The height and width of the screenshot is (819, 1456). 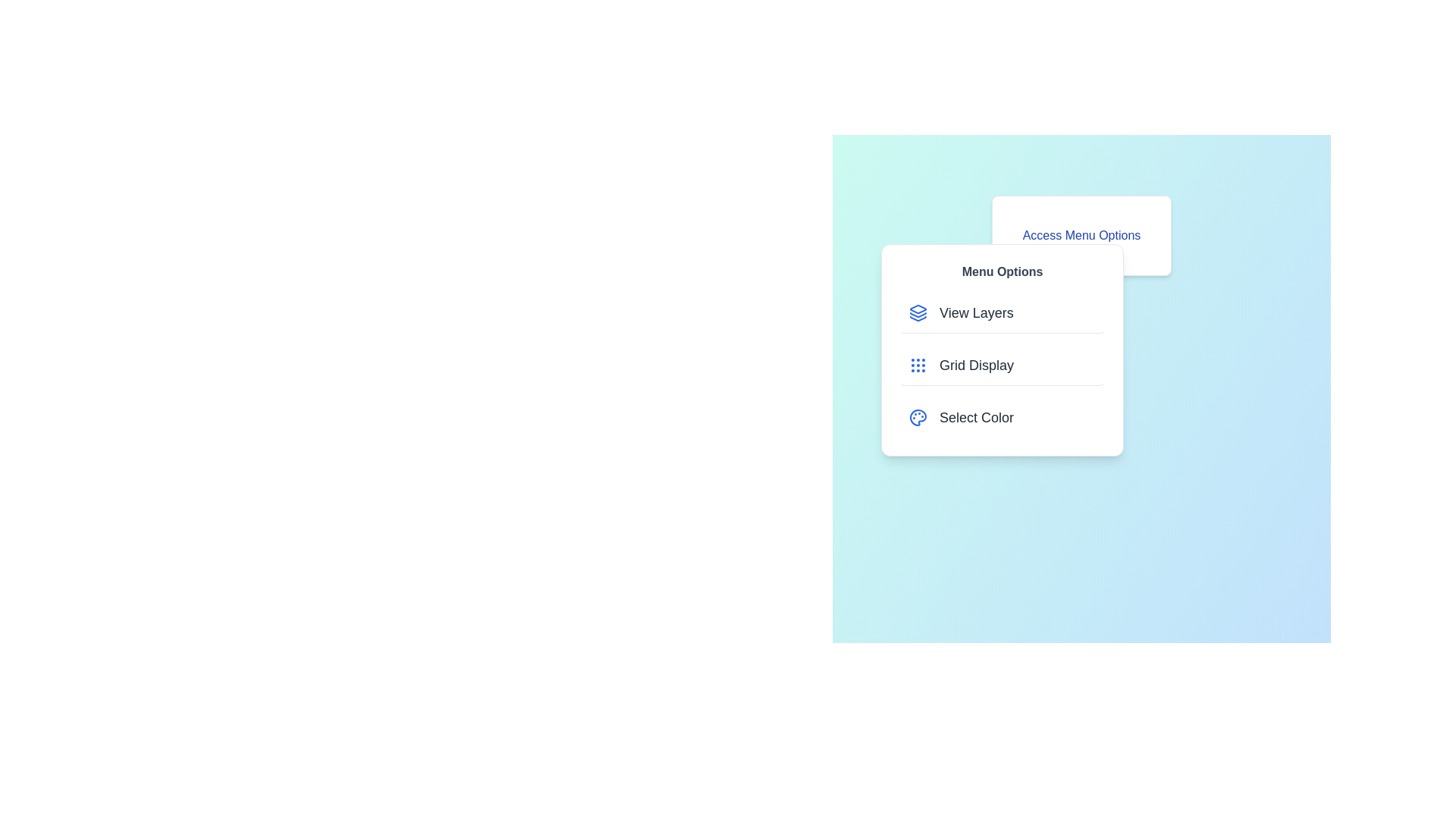 I want to click on the 'View Layers' menu item in the menu, so click(x=1002, y=312).